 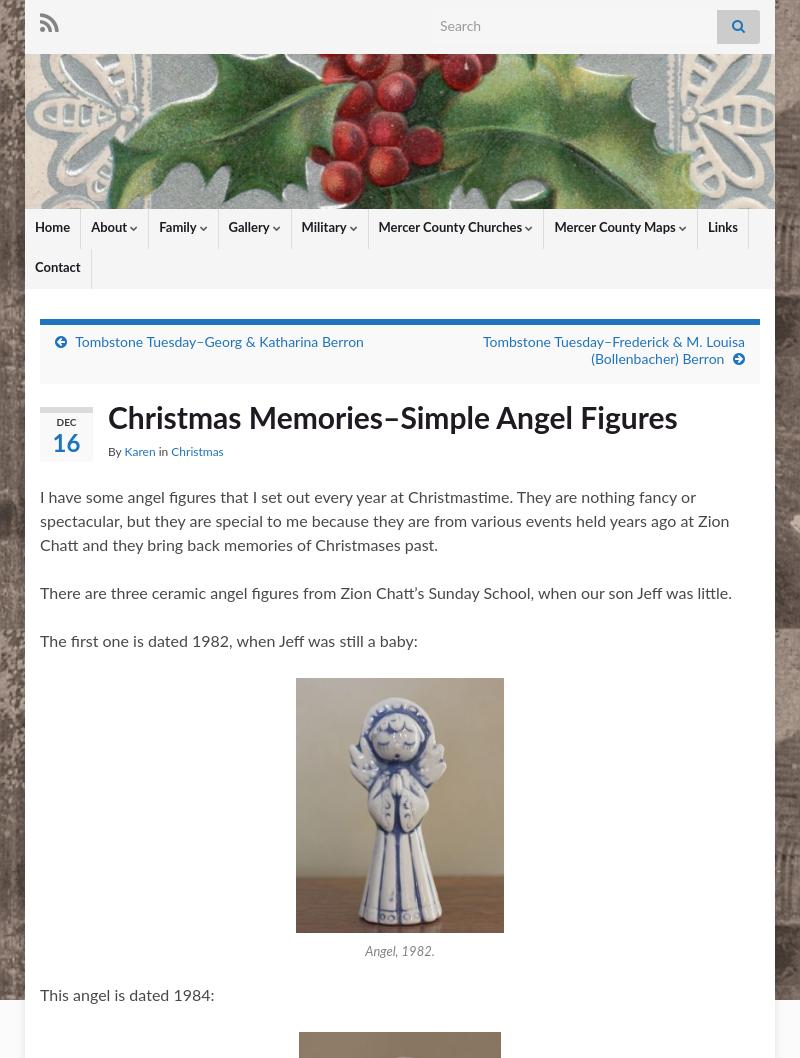 I want to click on 'Mercer County Maps', so click(x=616, y=227).